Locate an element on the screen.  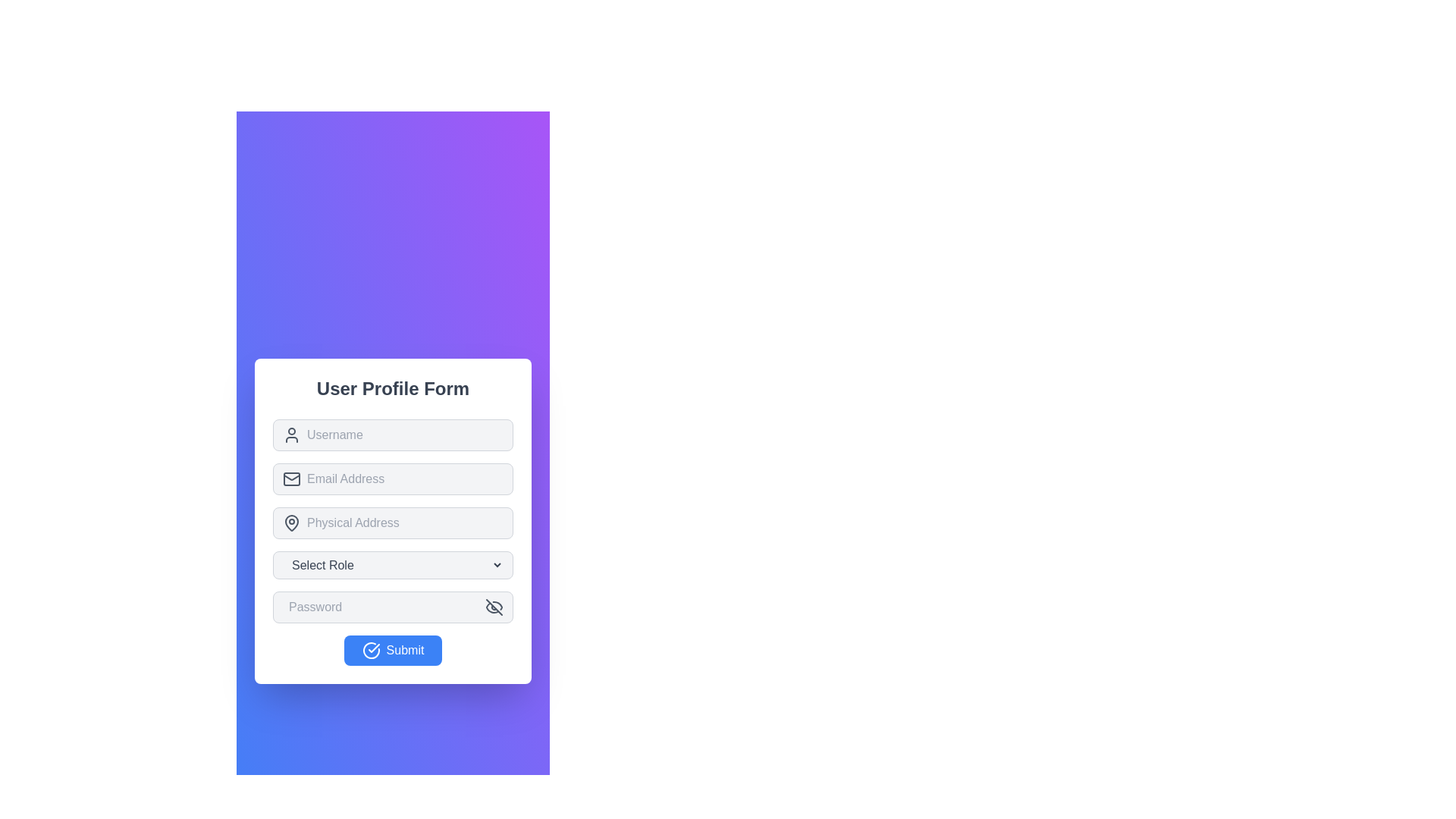
the 'Submit' button, which features a blue background, white text labeled 'Submit', and a white checkmark icon to the left of the text, located below the input fields and centered horizontally within the form is located at coordinates (393, 649).